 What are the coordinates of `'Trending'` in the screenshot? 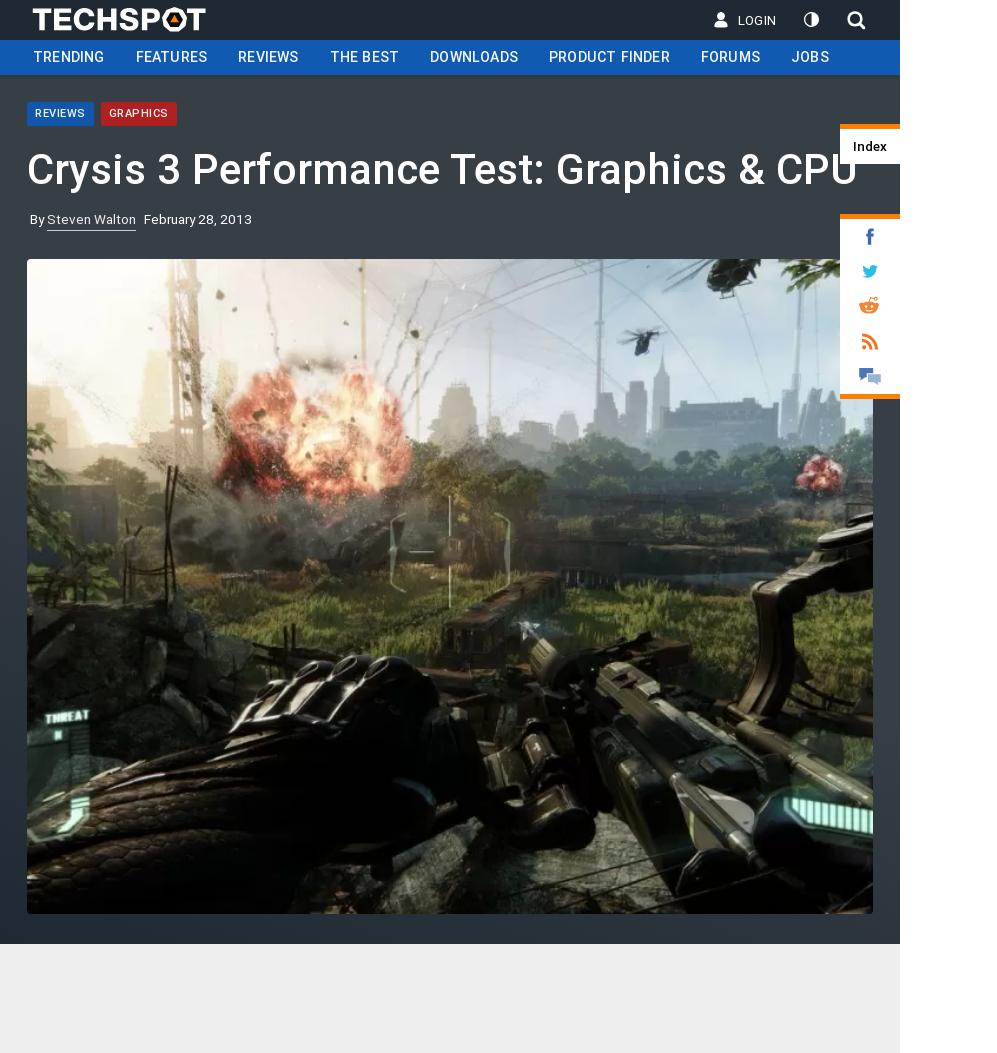 It's located at (33, 55).